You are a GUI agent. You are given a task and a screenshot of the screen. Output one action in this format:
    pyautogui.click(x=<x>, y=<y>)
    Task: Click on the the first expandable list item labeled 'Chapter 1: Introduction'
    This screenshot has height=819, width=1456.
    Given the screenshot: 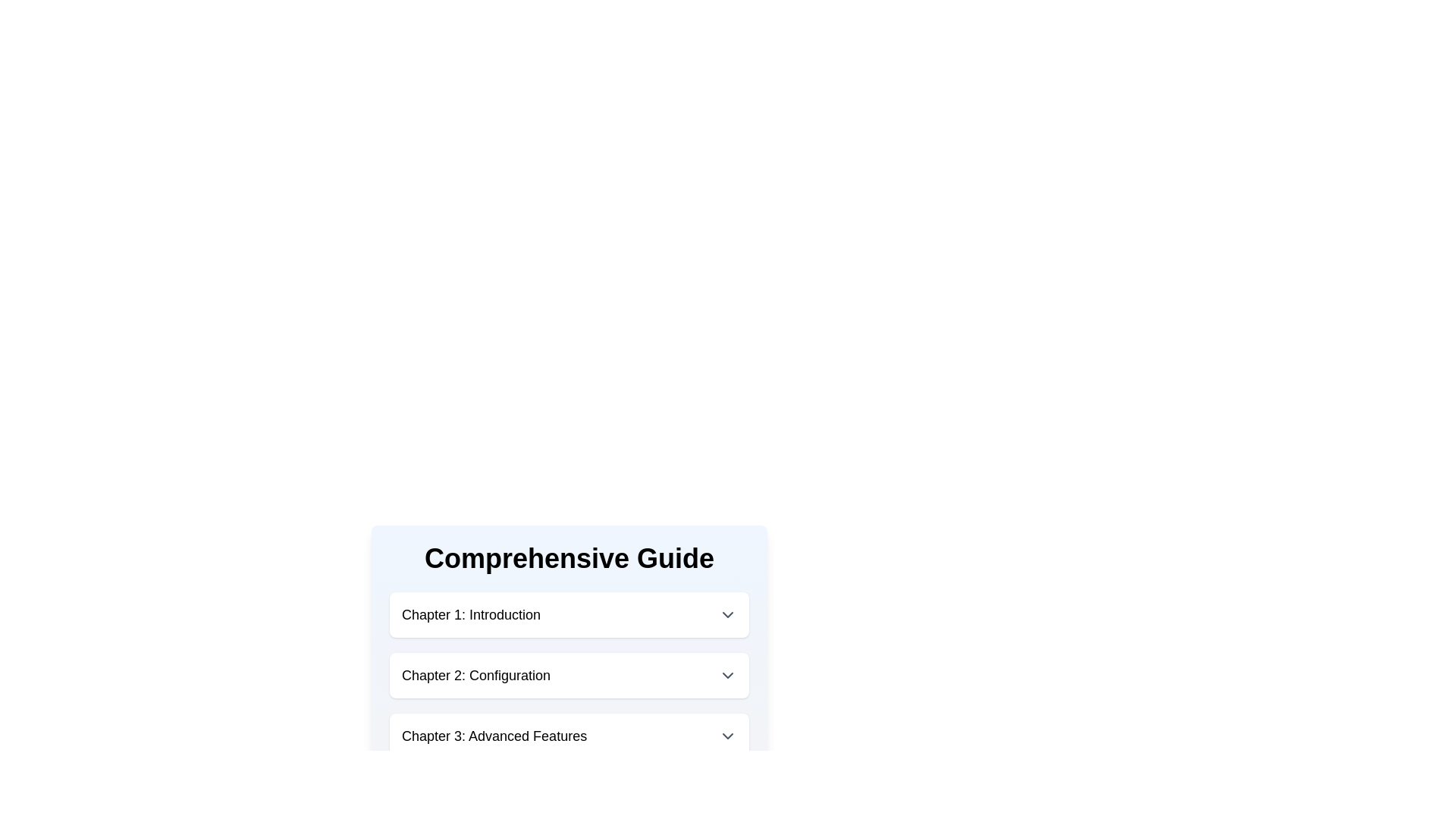 What is the action you would take?
    pyautogui.click(x=568, y=614)
    